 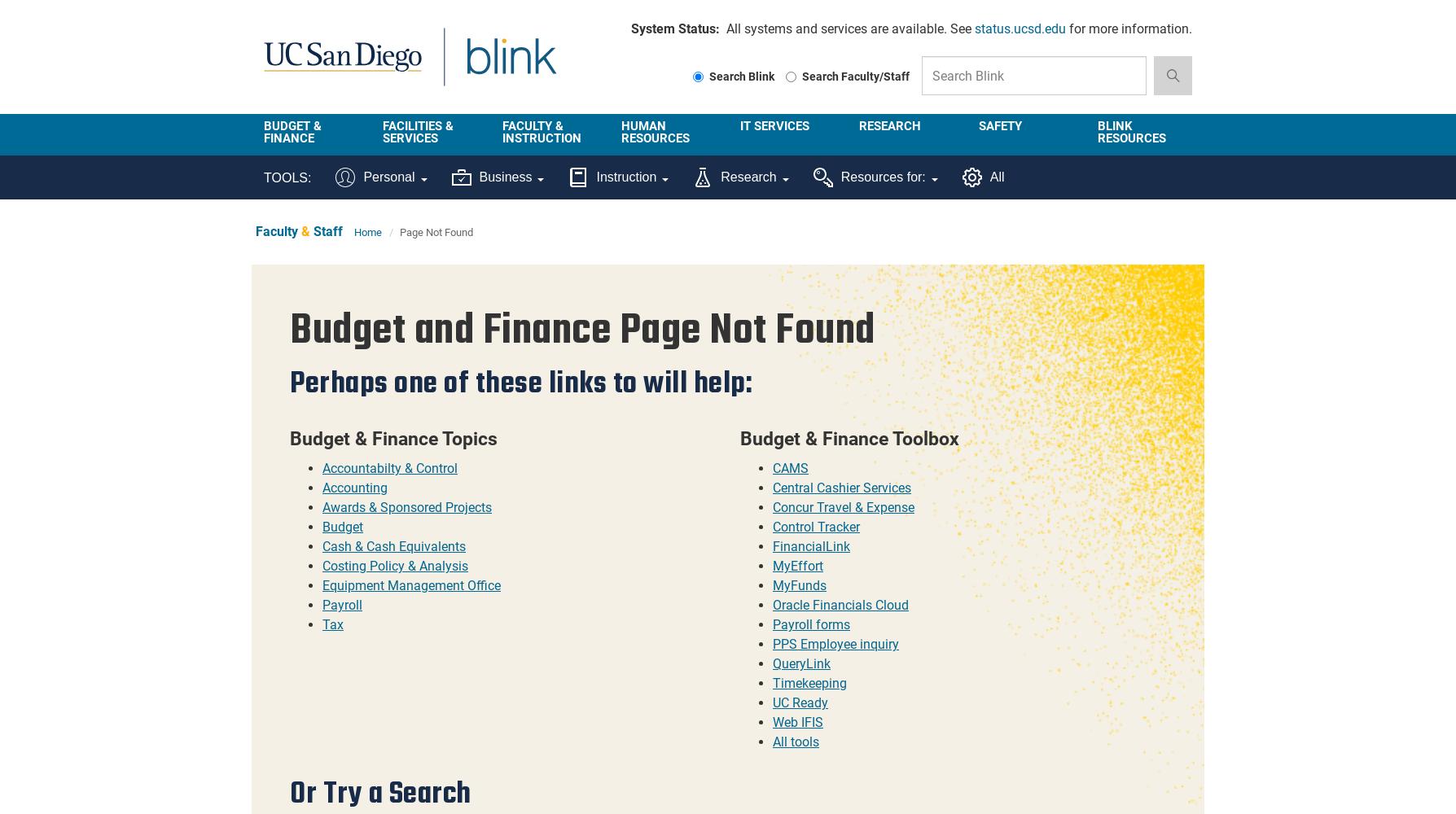 What do you see at coordinates (840, 604) in the screenshot?
I see `'Oracle Financials Cloud'` at bounding box center [840, 604].